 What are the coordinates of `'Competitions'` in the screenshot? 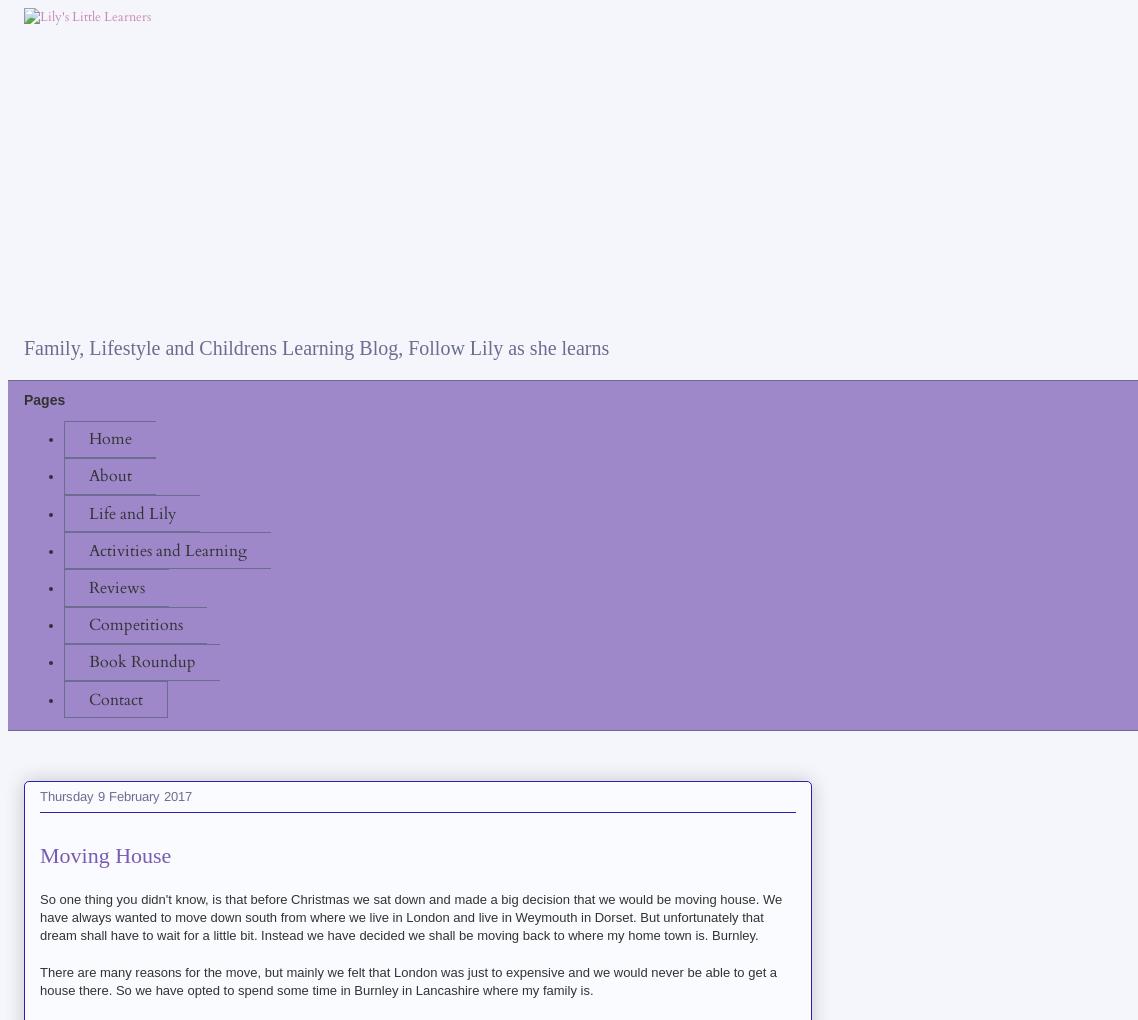 It's located at (135, 623).